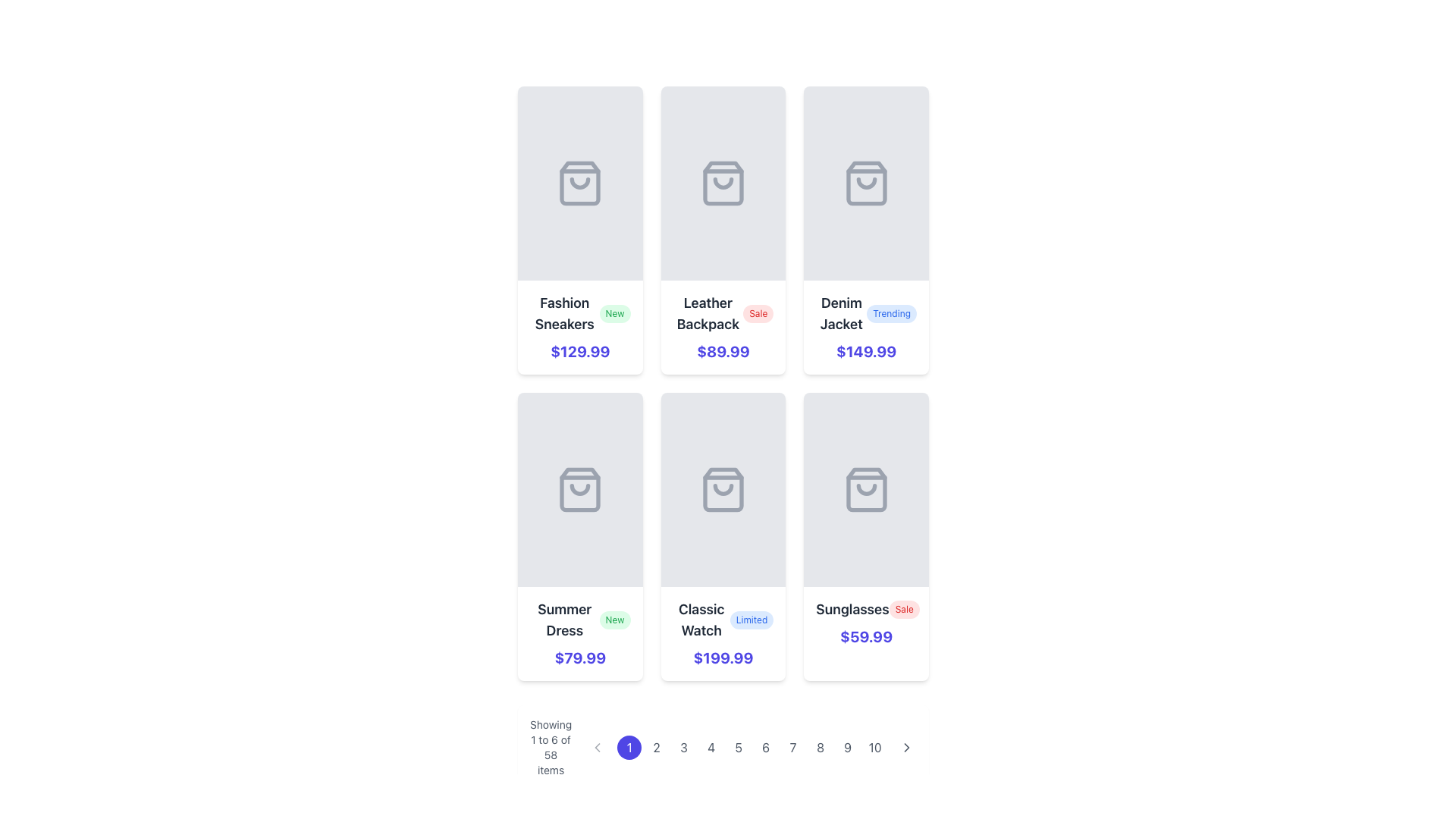 The width and height of the screenshot is (1456, 819). What do you see at coordinates (866, 489) in the screenshot?
I see `the shopping bag icon located at the top of the sixth card labeled 'Sunglasses' with a price of $59.99` at bounding box center [866, 489].